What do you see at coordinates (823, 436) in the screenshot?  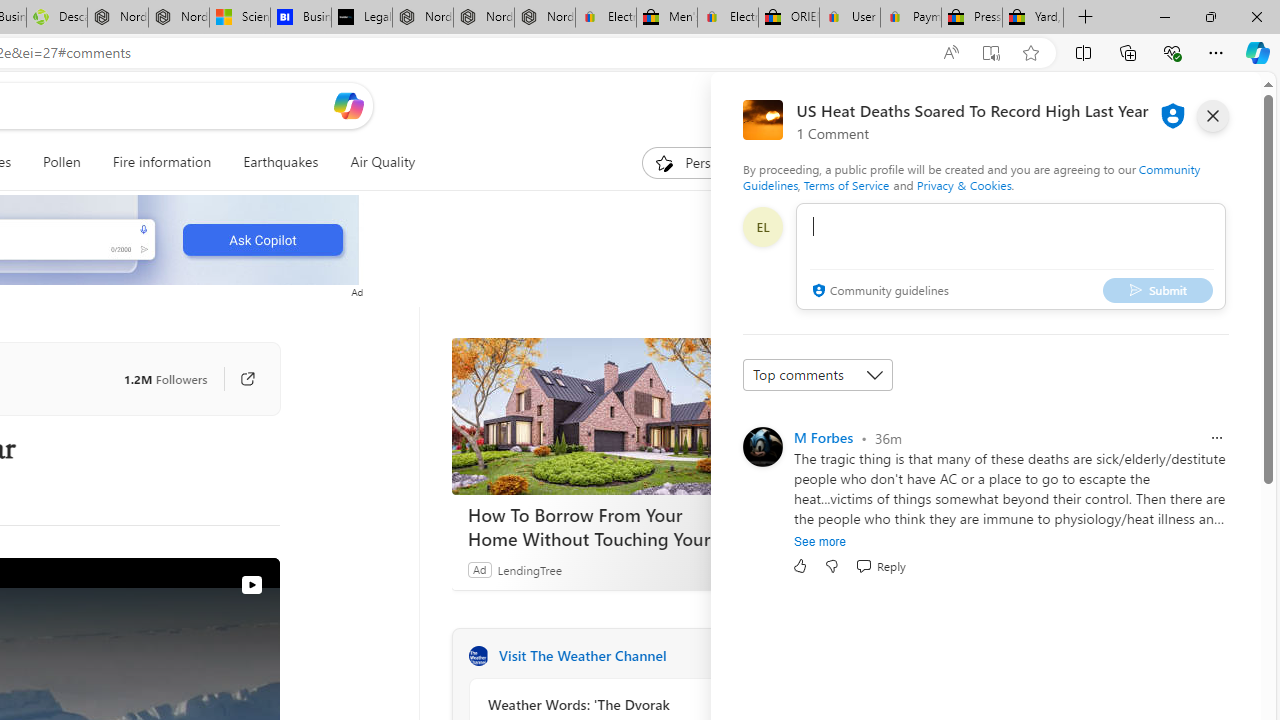 I see `'M Forbes'` at bounding box center [823, 436].